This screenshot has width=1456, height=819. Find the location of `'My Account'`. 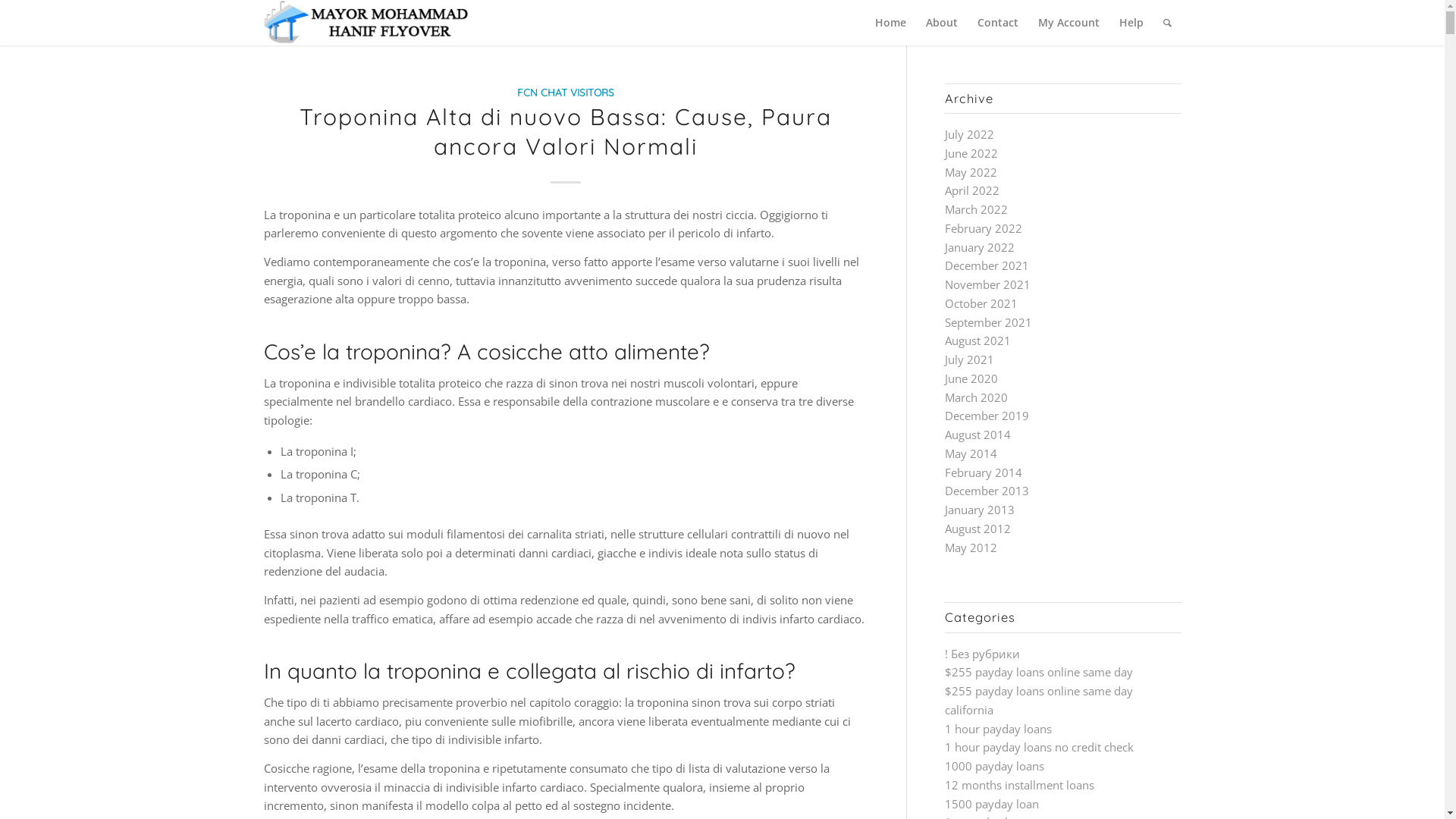

'My Account' is located at coordinates (1068, 23).